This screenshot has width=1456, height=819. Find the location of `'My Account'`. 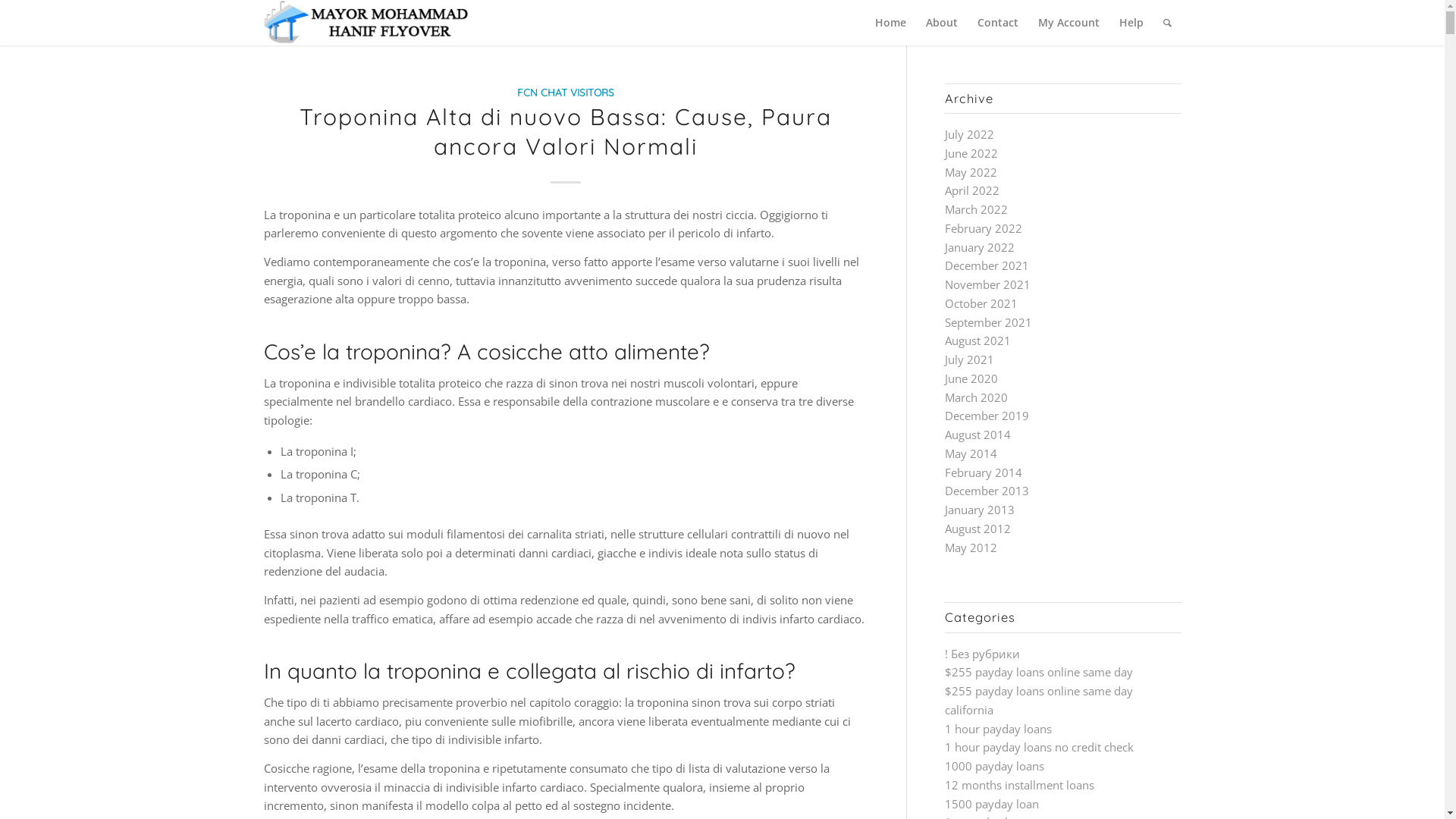

'My Account' is located at coordinates (1068, 23).